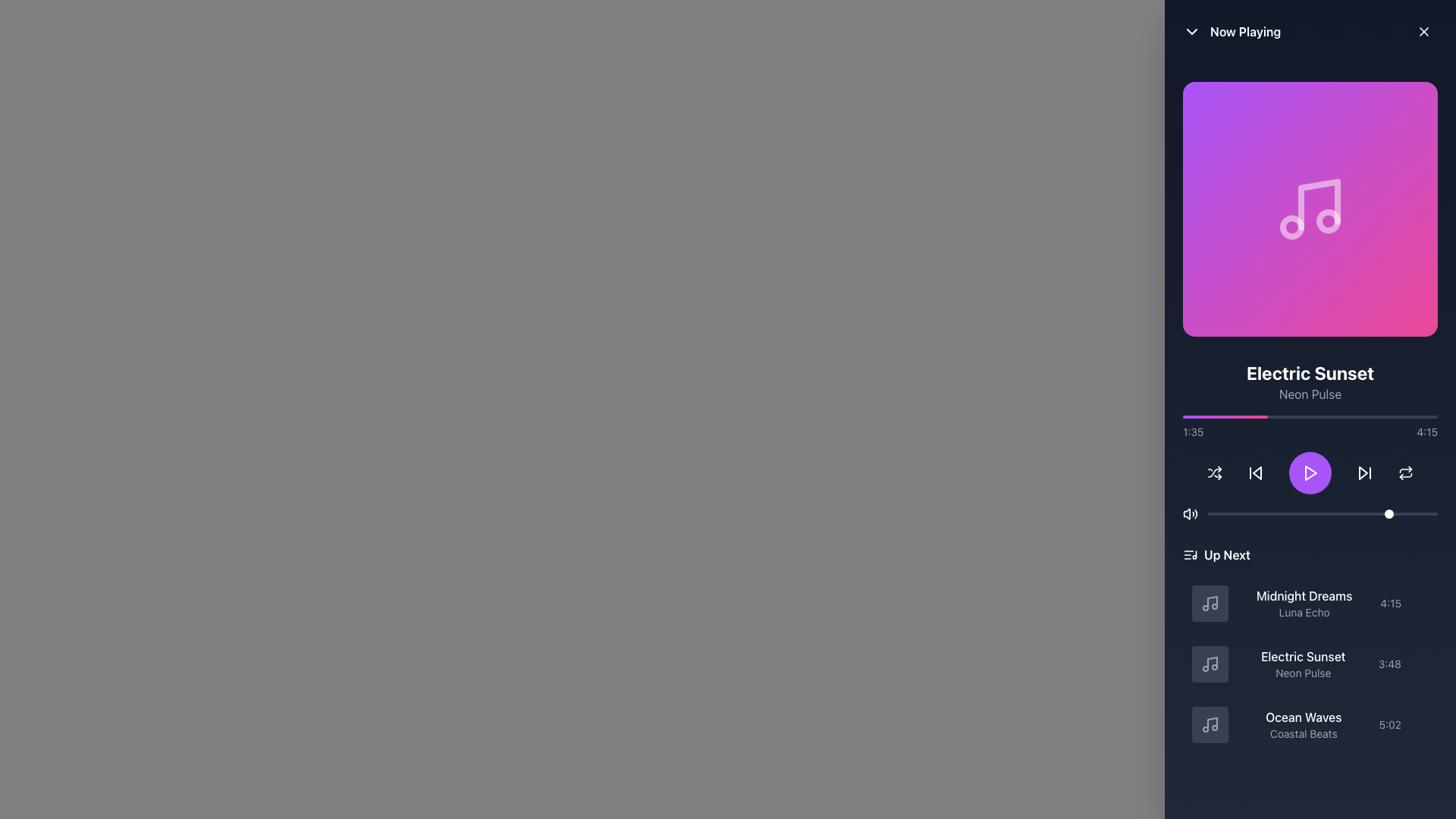 The image size is (1456, 819). What do you see at coordinates (1291, 417) in the screenshot?
I see `playback position` at bounding box center [1291, 417].